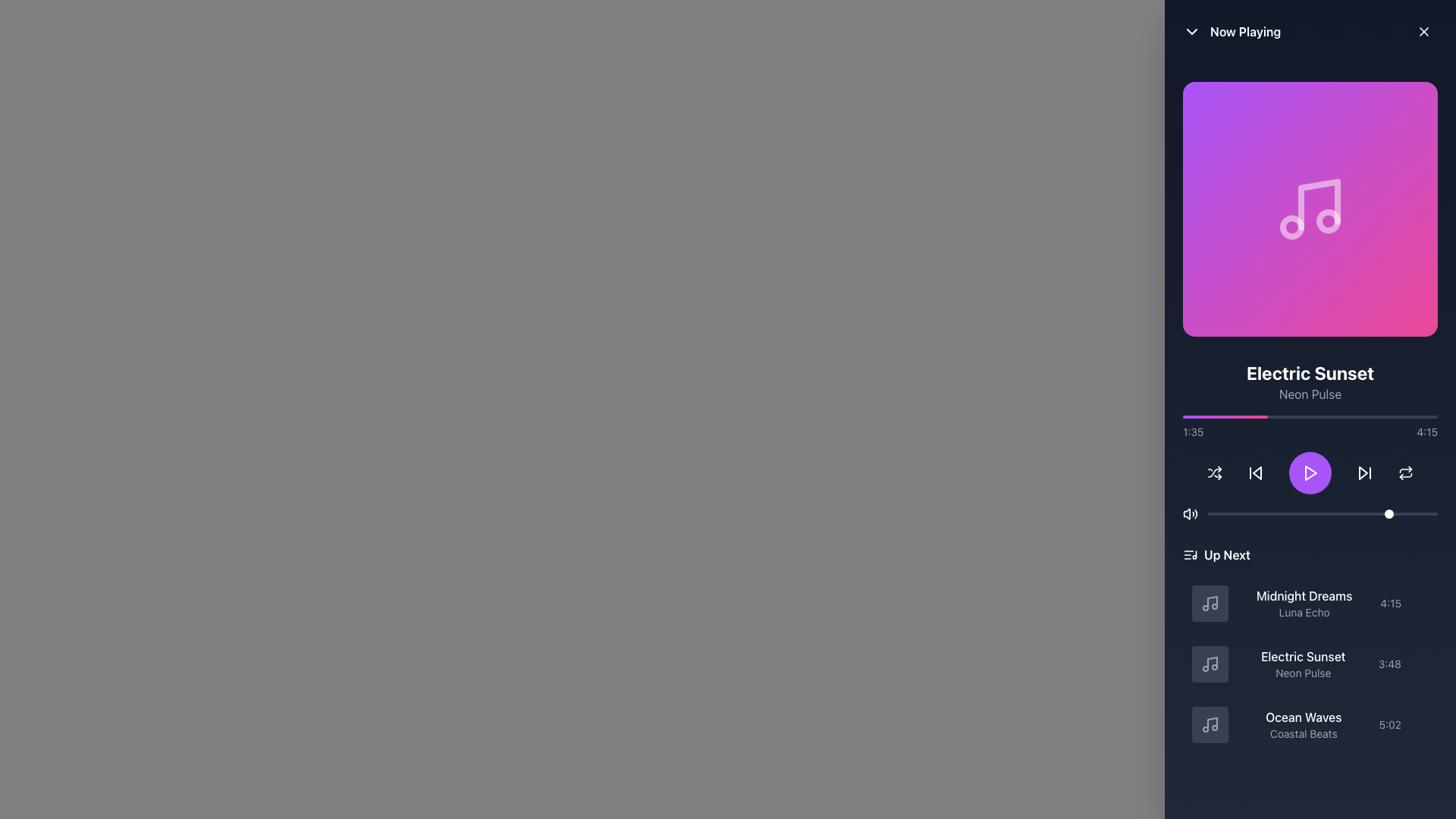 The image size is (1456, 819). What do you see at coordinates (1291, 417) in the screenshot?
I see `playback position` at bounding box center [1291, 417].